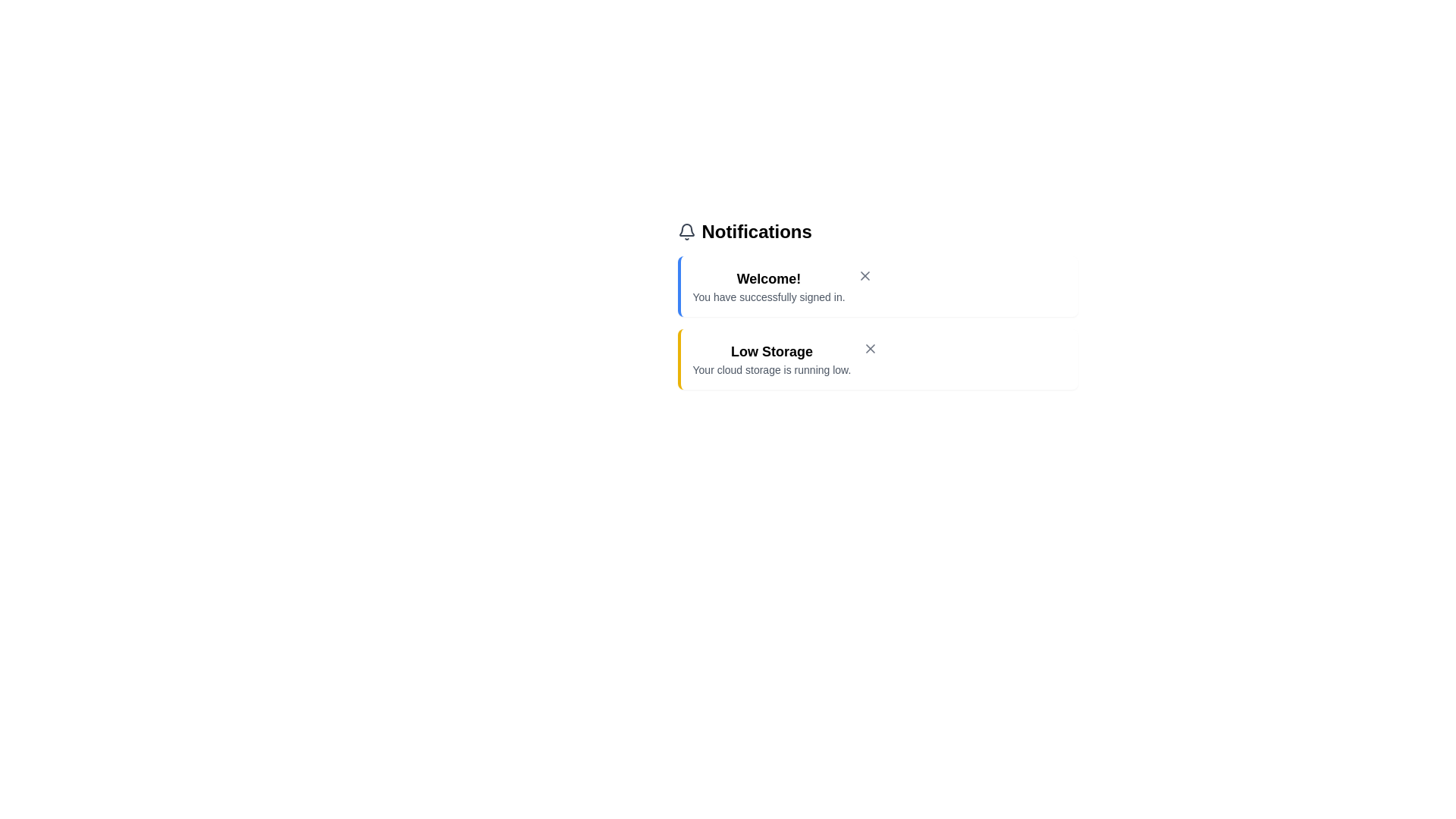 Image resolution: width=1456 pixels, height=819 pixels. What do you see at coordinates (768, 287) in the screenshot?
I see `content displayed in the text element that confirms successful sign-in, which shows 'Welcome!' in the first notification box` at bounding box center [768, 287].